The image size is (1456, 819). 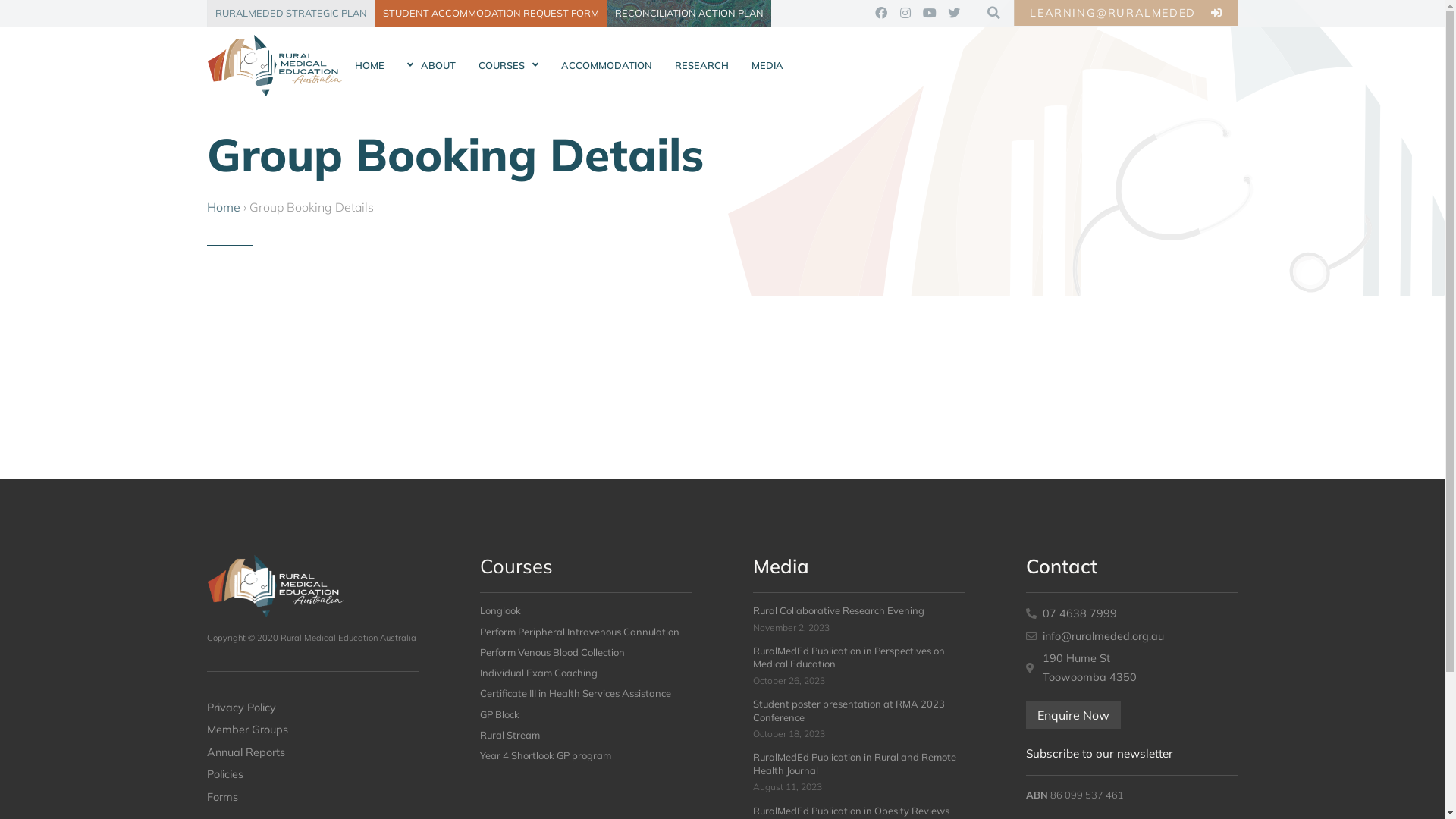 What do you see at coordinates (508, 65) in the screenshot?
I see `'COURSES'` at bounding box center [508, 65].